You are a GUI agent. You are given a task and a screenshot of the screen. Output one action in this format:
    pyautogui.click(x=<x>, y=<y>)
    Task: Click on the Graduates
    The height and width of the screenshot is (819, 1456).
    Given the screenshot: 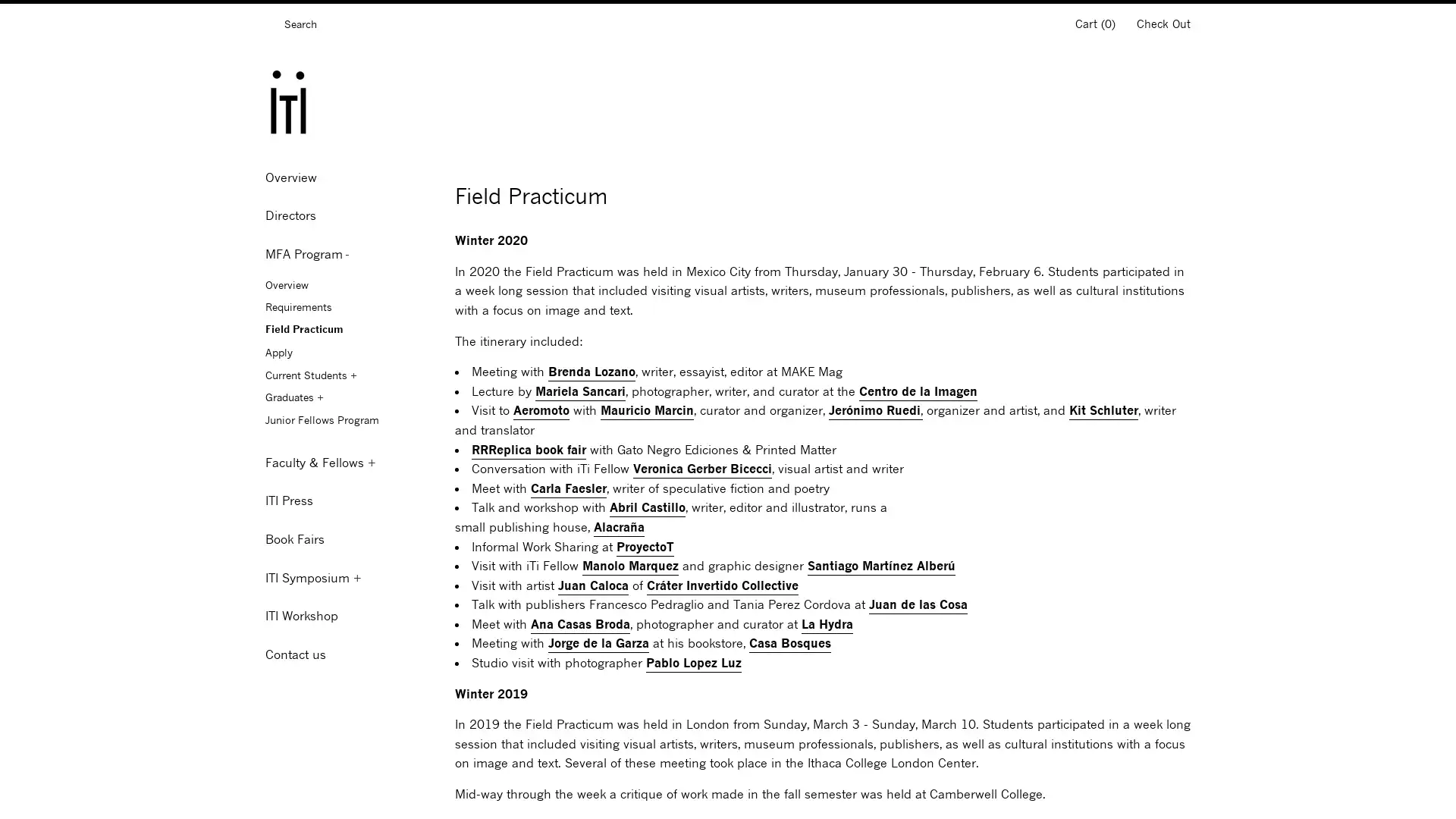 What is the action you would take?
    pyautogui.click(x=348, y=397)
    